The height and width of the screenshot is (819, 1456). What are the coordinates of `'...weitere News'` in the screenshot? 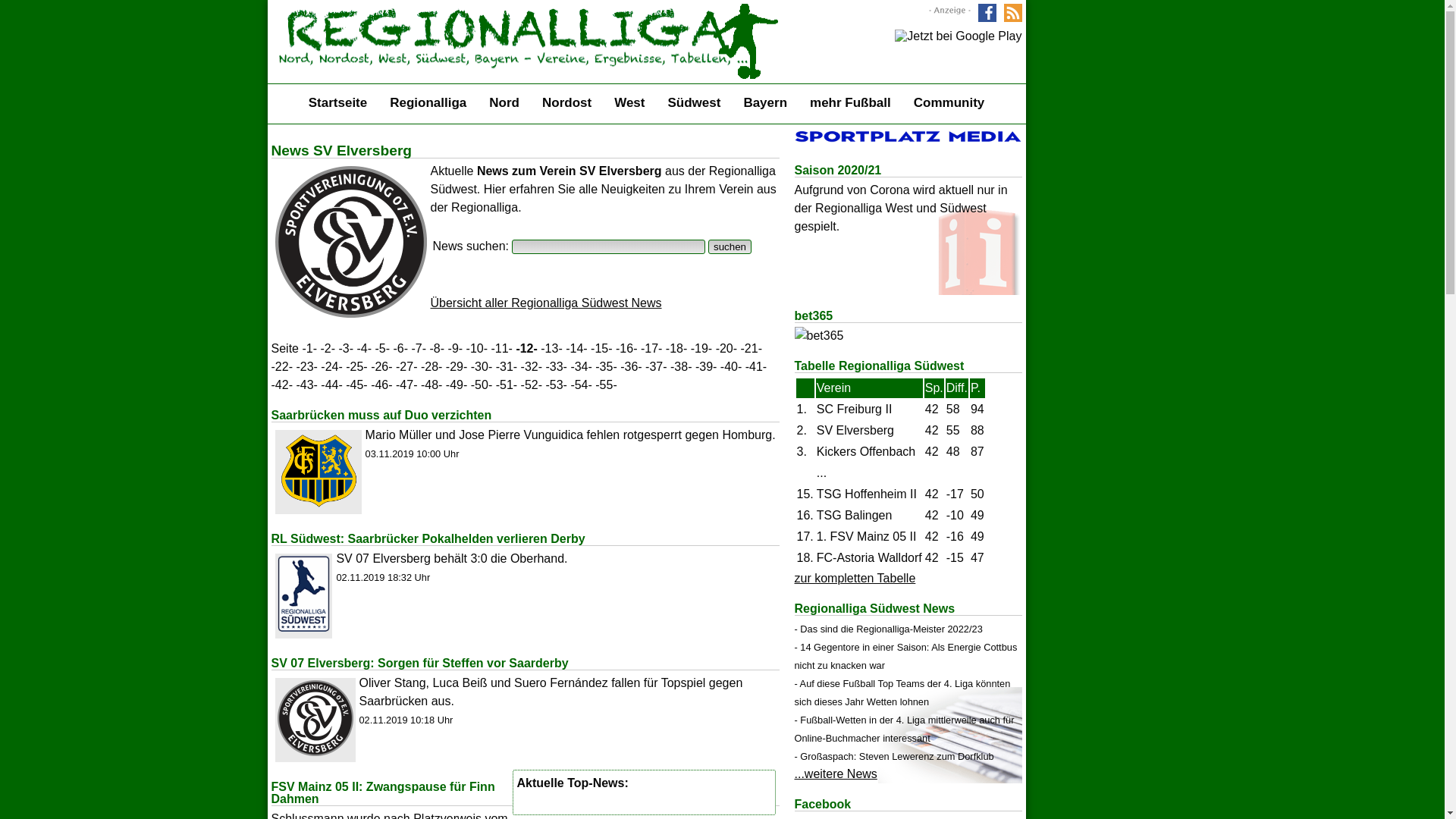 It's located at (835, 773).